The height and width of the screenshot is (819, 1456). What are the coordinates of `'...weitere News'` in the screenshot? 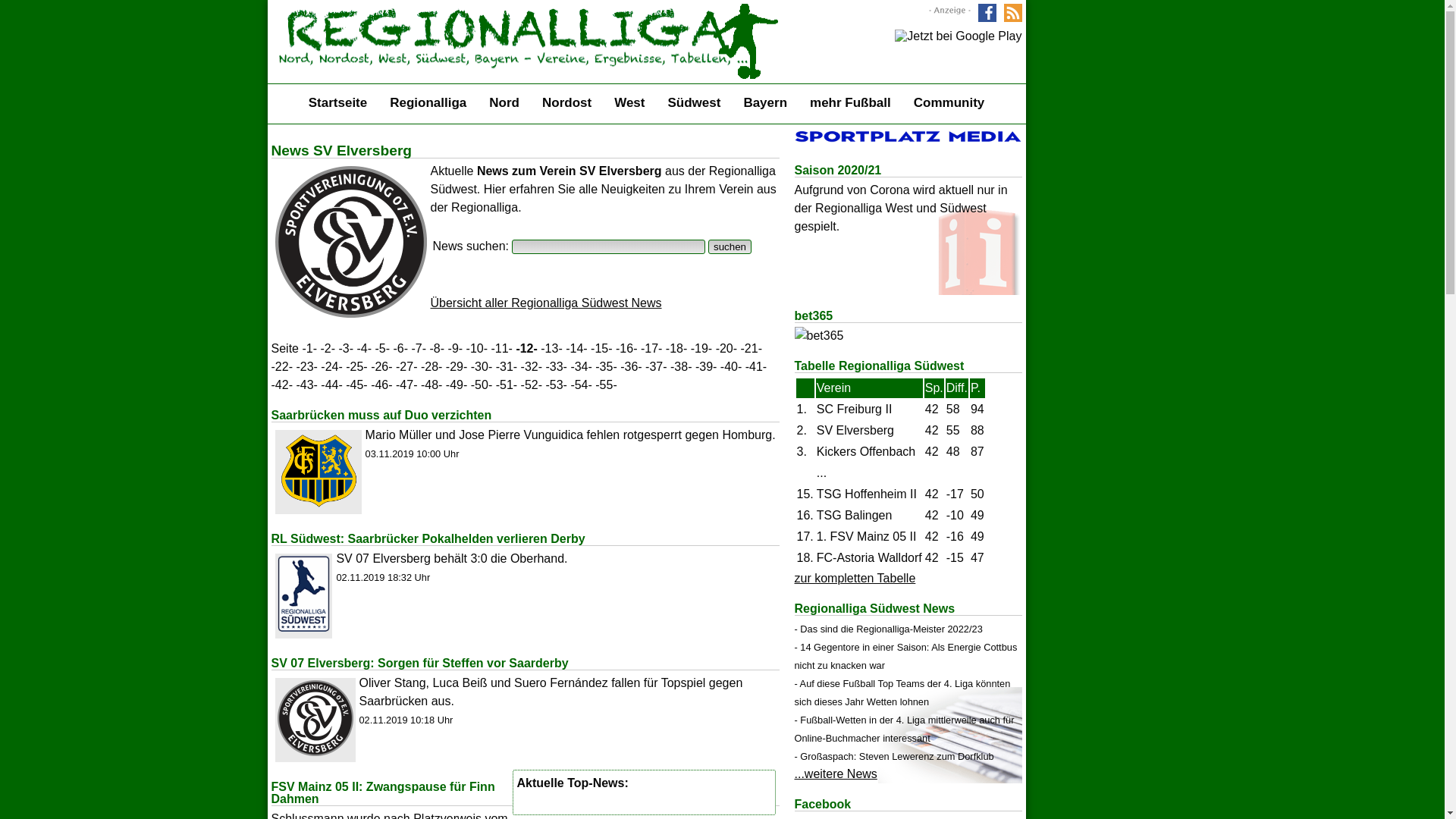 It's located at (835, 773).